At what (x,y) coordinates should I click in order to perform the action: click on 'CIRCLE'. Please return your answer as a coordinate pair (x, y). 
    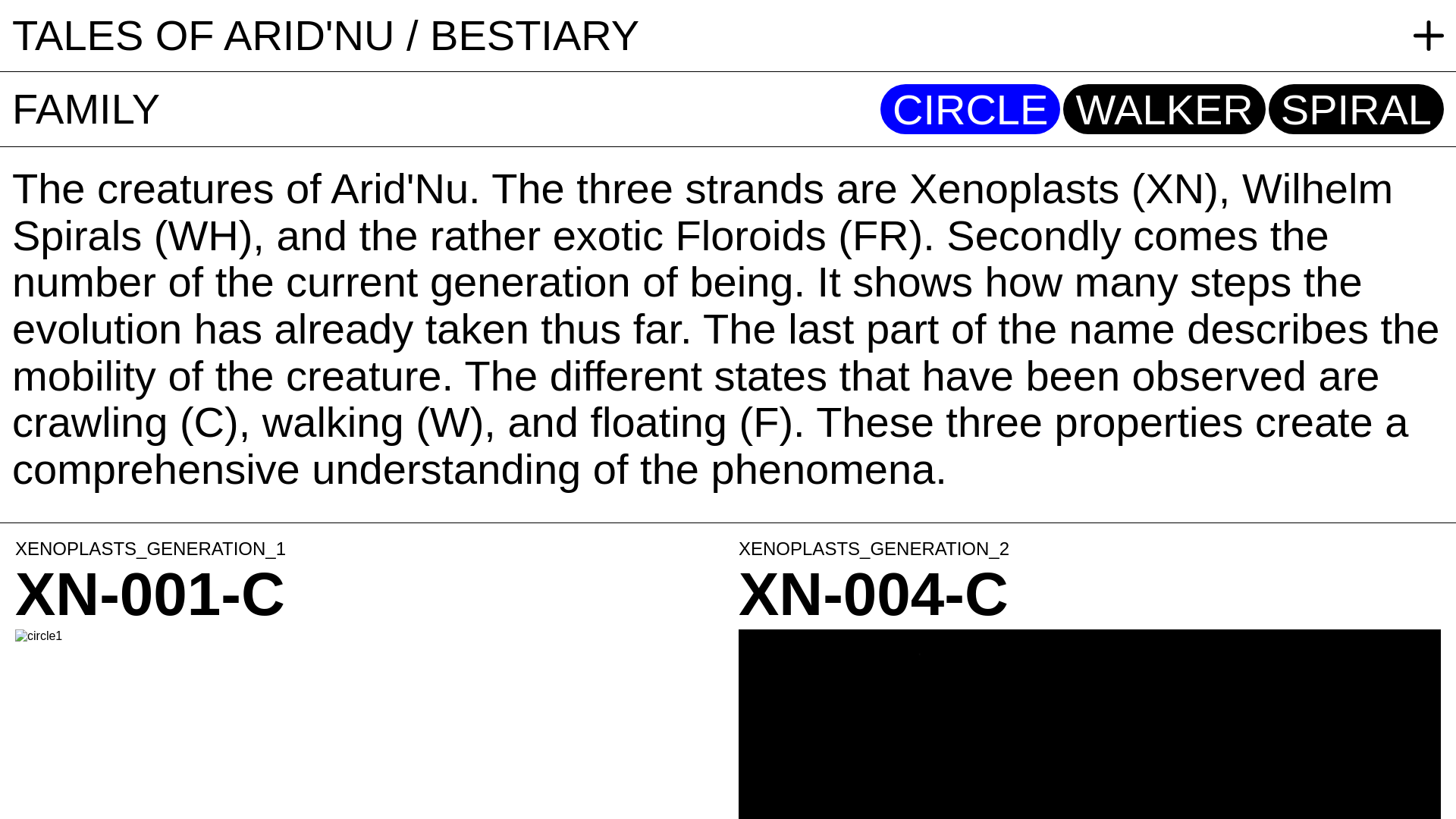
    Looking at the image, I should click on (969, 108).